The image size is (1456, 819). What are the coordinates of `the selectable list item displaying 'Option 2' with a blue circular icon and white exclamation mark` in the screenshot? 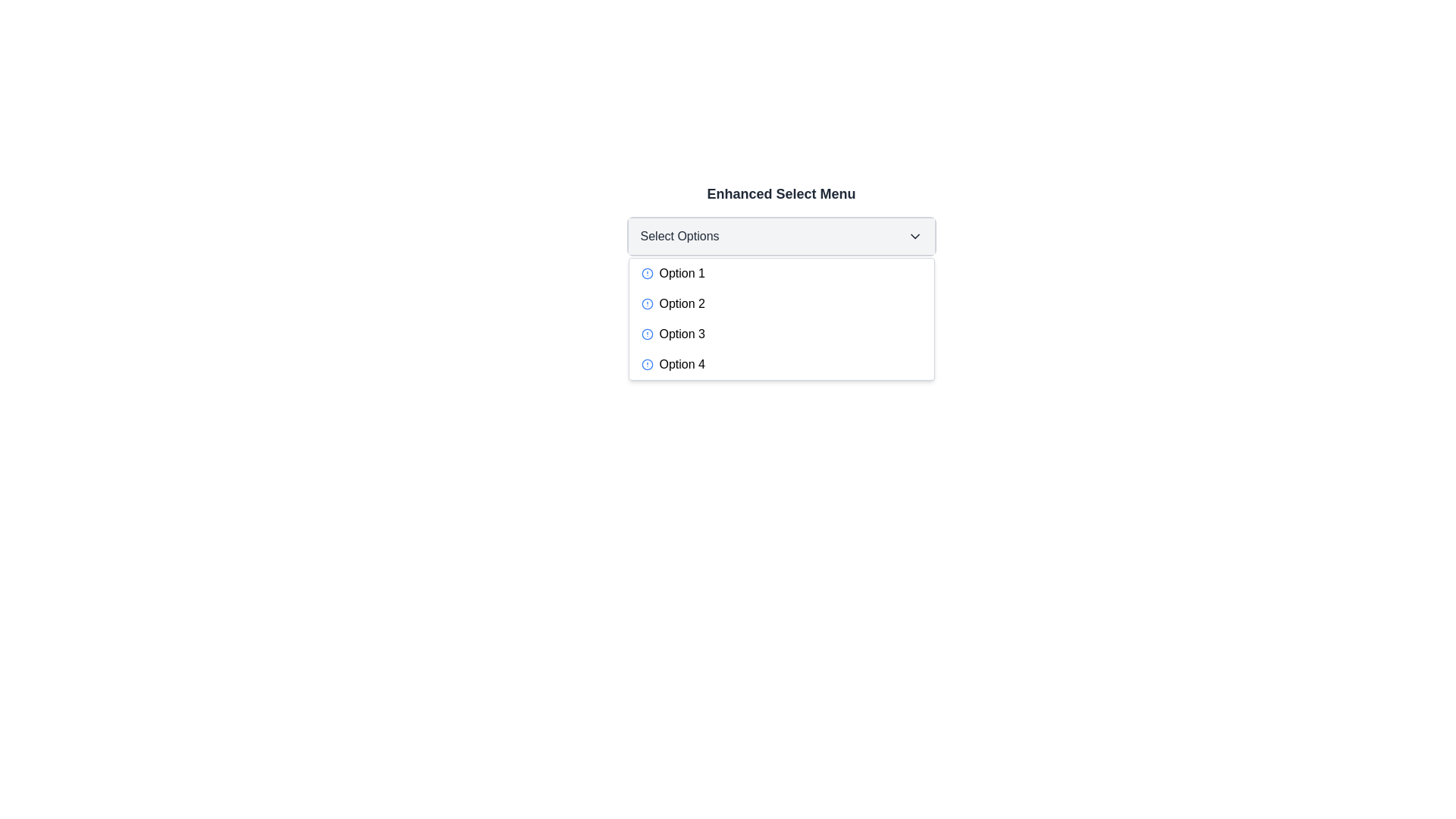 It's located at (672, 304).